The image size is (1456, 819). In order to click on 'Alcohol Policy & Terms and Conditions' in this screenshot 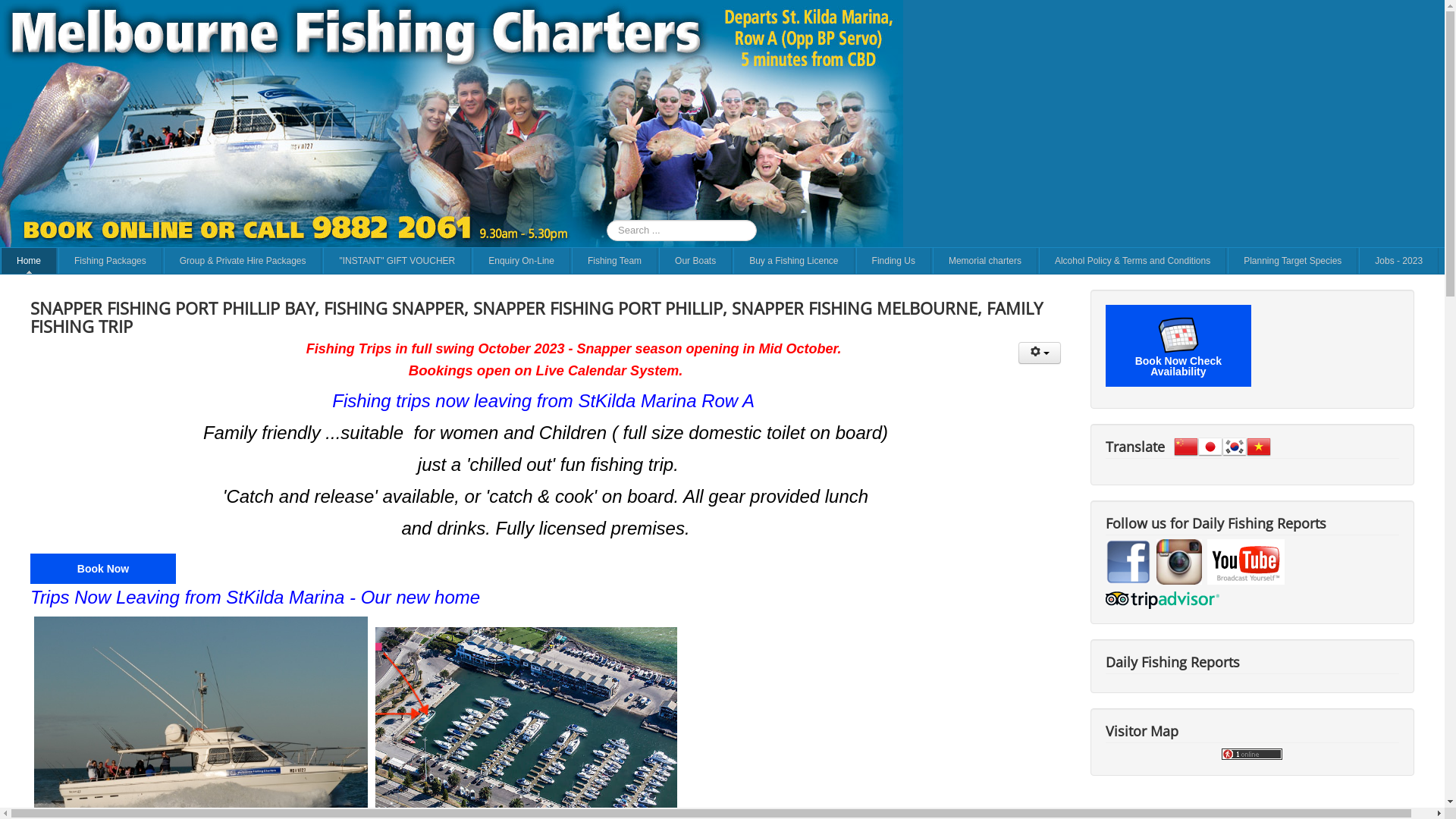, I will do `click(1132, 259)`.